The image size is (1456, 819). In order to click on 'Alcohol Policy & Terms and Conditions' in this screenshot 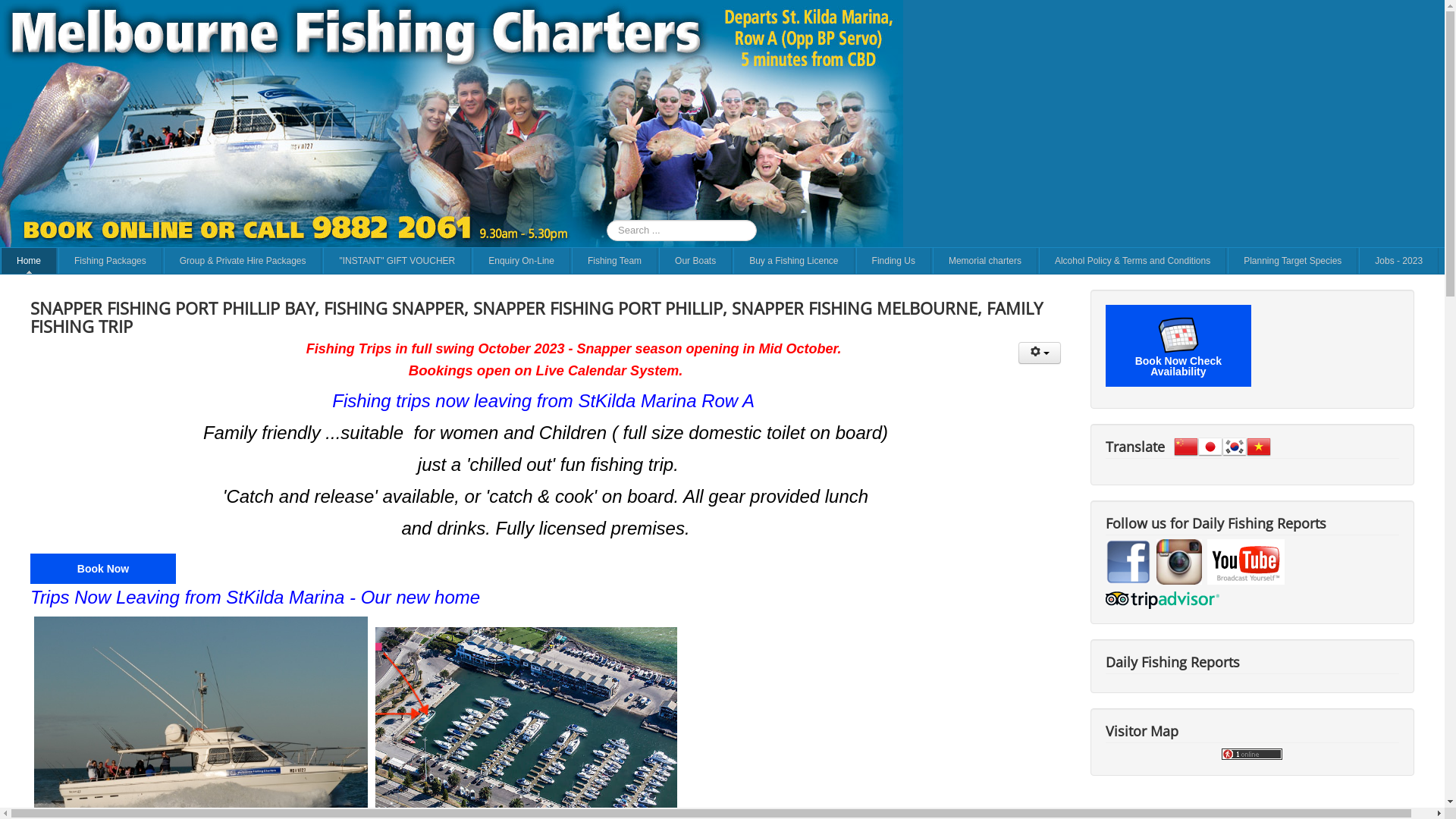, I will do `click(1132, 259)`.